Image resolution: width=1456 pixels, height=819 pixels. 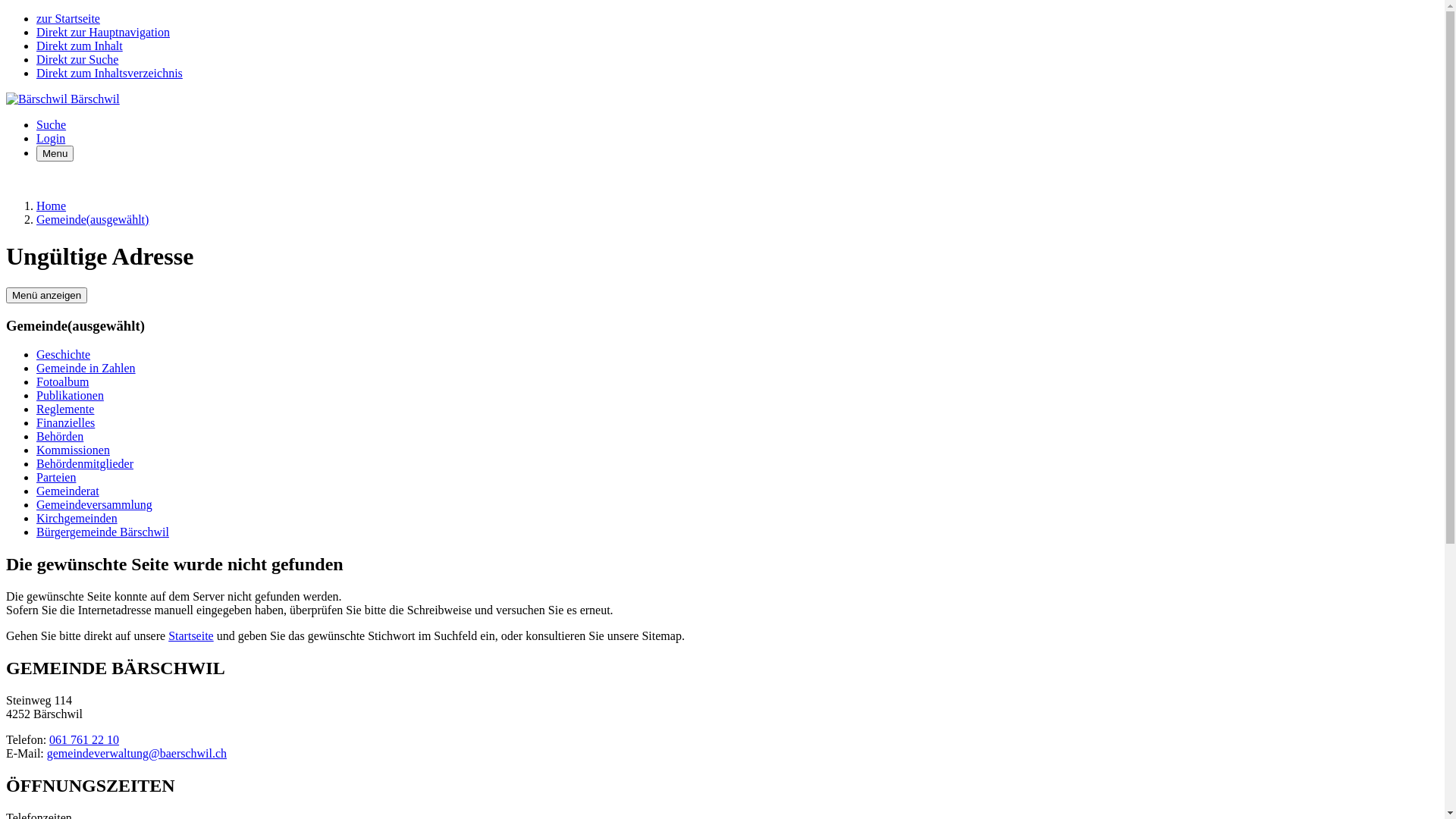 What do you see at coordinates (36, 18) in the screenshot?
I see `'zur Startseite'` at bounding box center [36, 18].